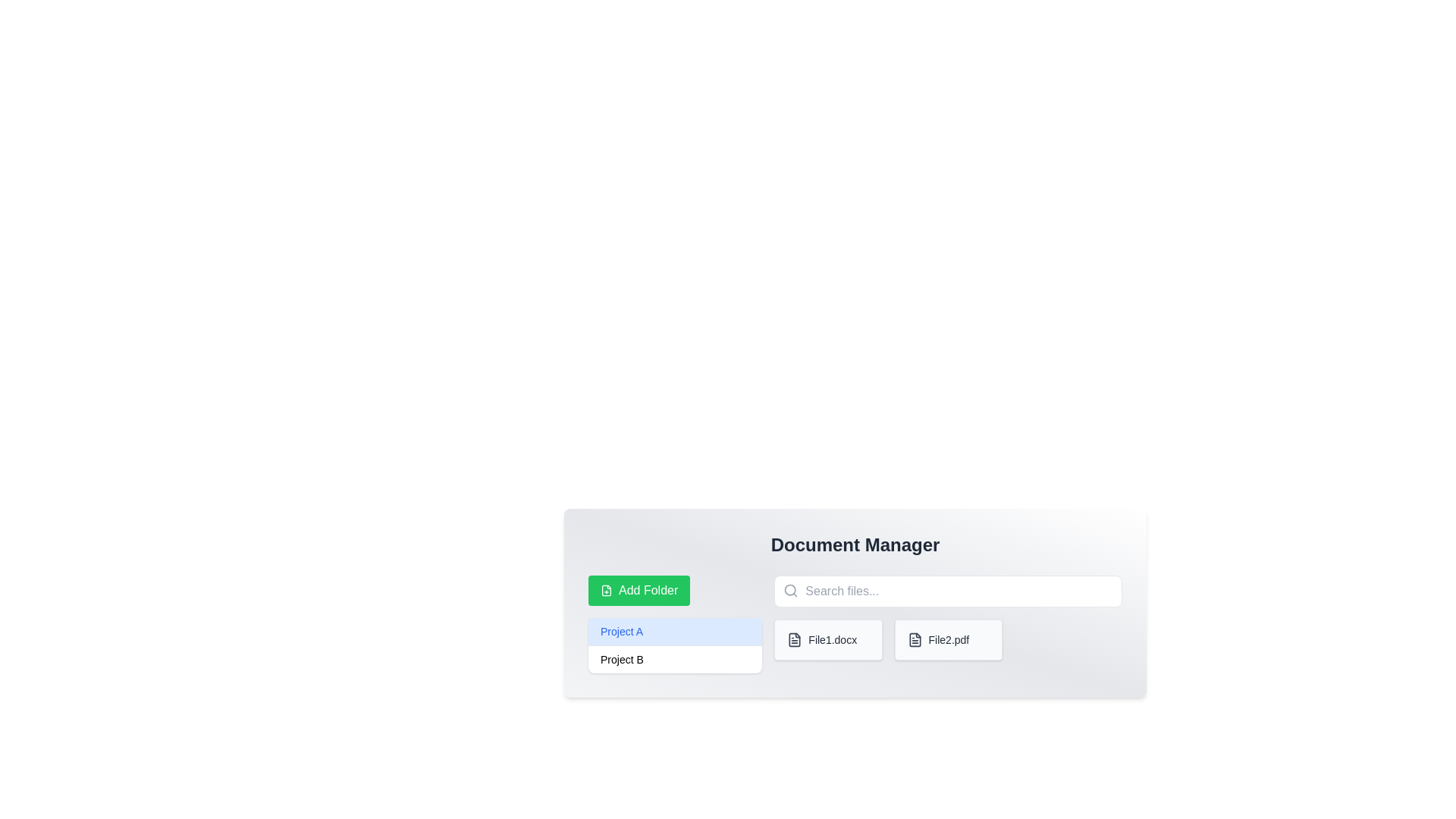 This screenshot has width=1456, height=819. Describe the element at coordinates (914, 640) in the screenshot. I see `the visual styling of the document icon located on the left side of the 'File2.pdf' label, which represents the type of document being indicated` at that location.